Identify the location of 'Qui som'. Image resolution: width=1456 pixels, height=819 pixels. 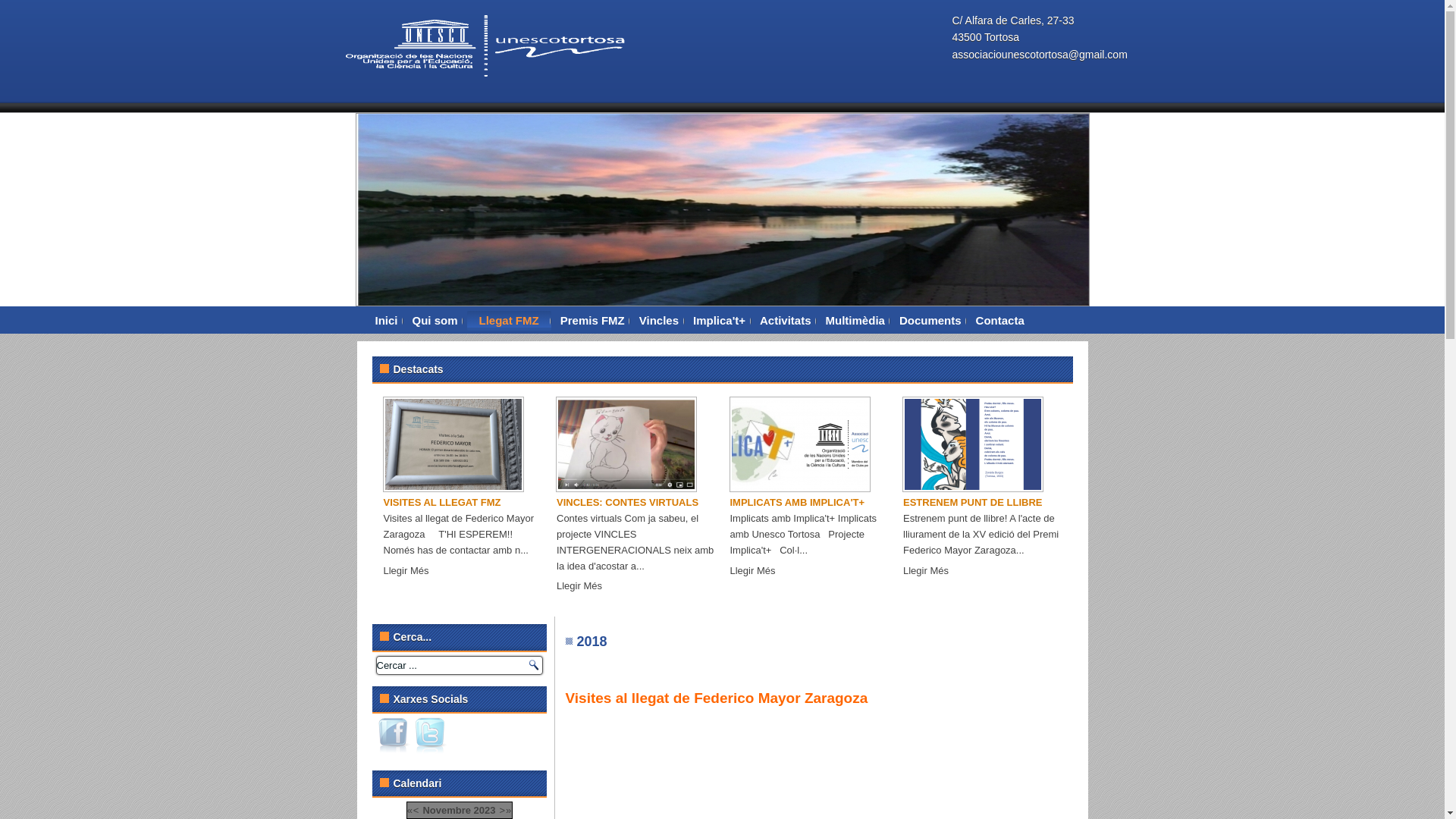
(435, 320).